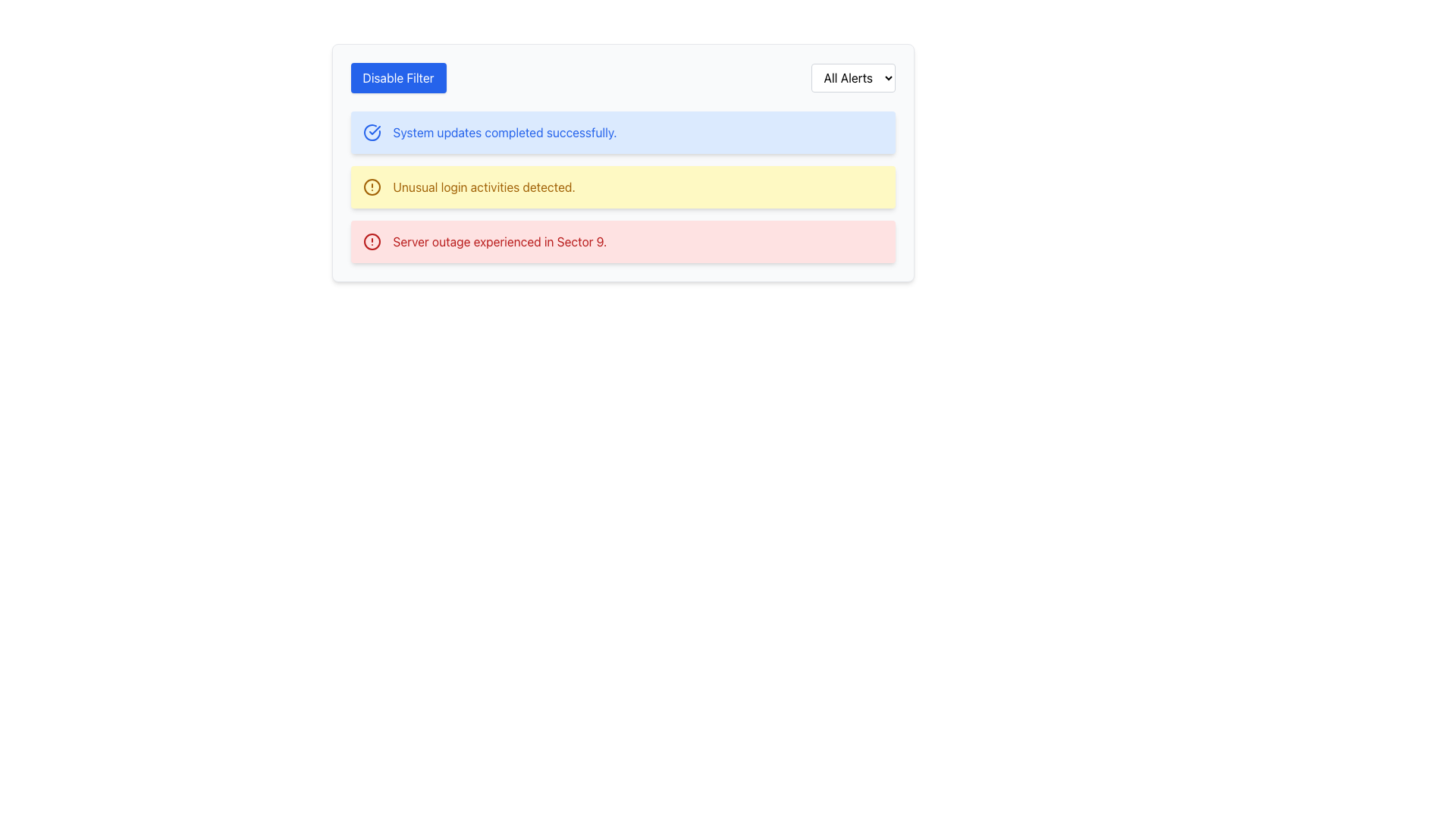 This screenshot has height=819, width=1456. Describe the element at coordinates (852, 78) in the screenshot. I see `the dropdown menu labeled 'All Alerts' with a downward arrow` at that location.